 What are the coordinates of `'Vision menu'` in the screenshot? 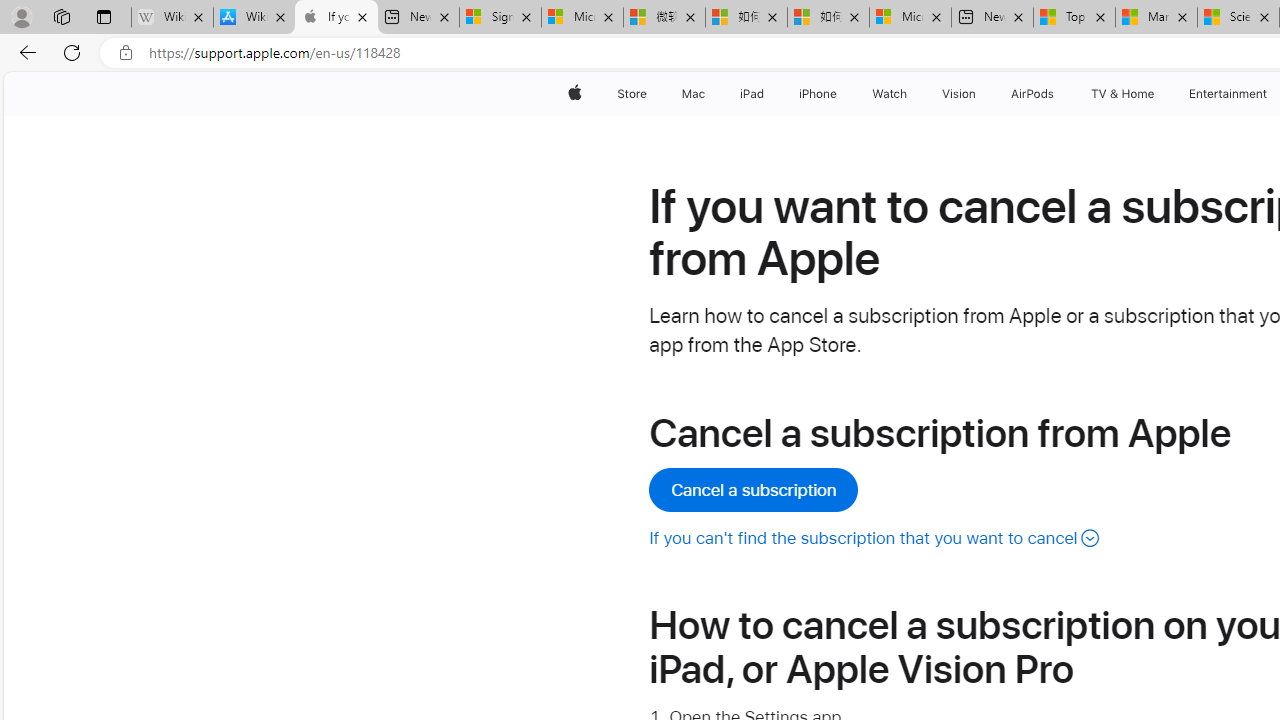 It's located at (980, 93).